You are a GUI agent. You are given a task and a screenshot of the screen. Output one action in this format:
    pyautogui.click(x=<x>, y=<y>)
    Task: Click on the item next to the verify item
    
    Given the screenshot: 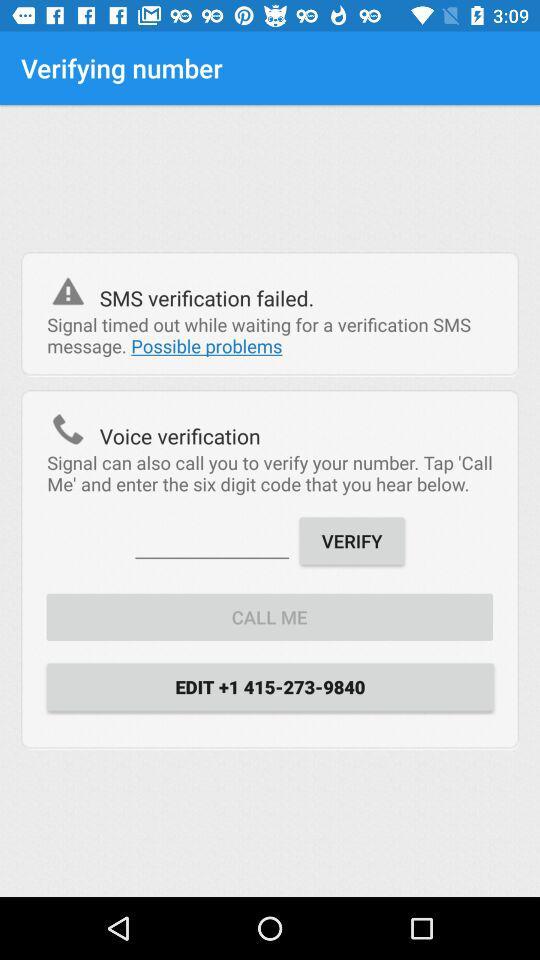 What is the action you would take?
    pyautogui.click(x=211, y=538)
    